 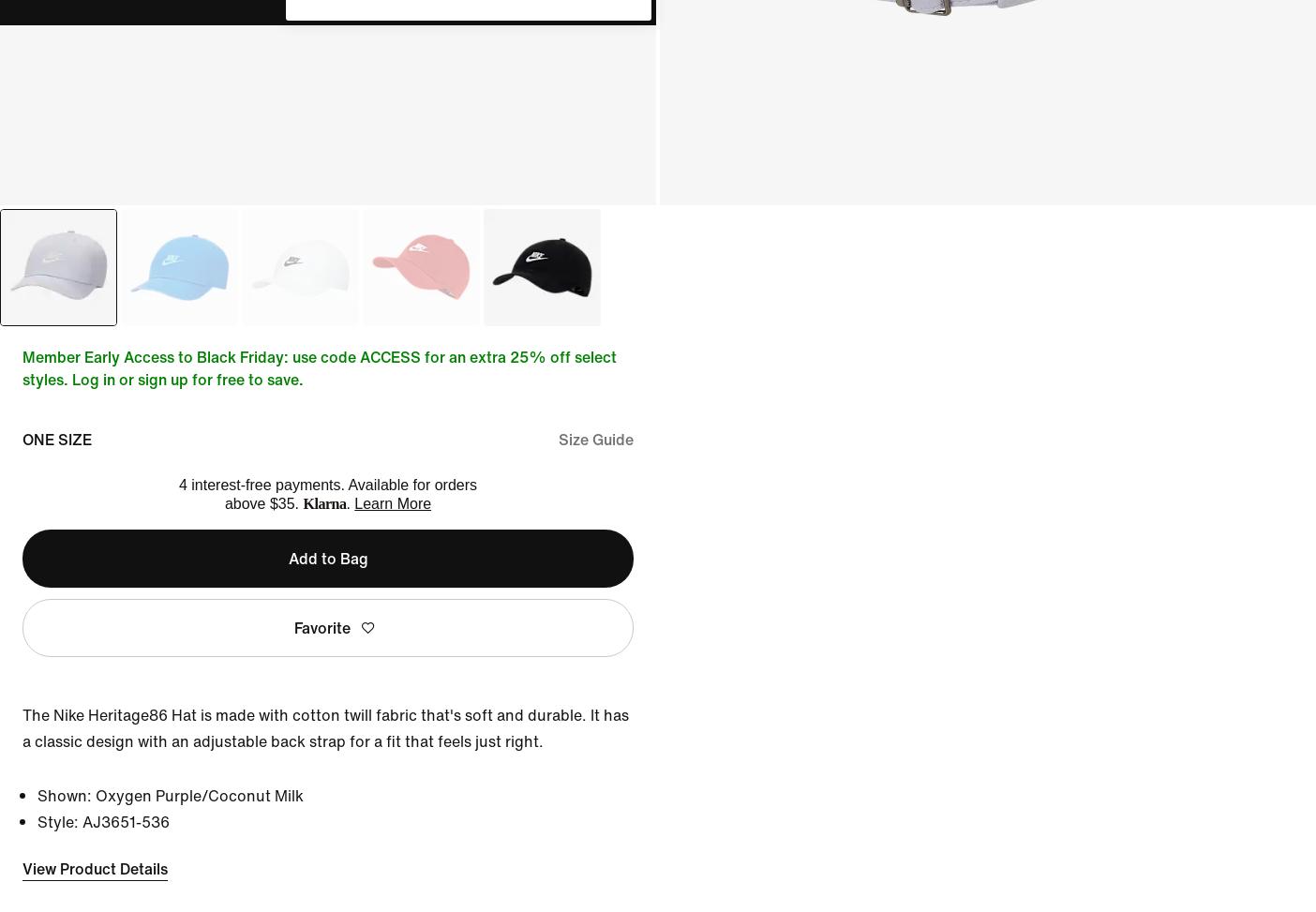 I want to click on 'Shown: Oxygen Purple/Coconut Milk', so click(x=170, y=796).